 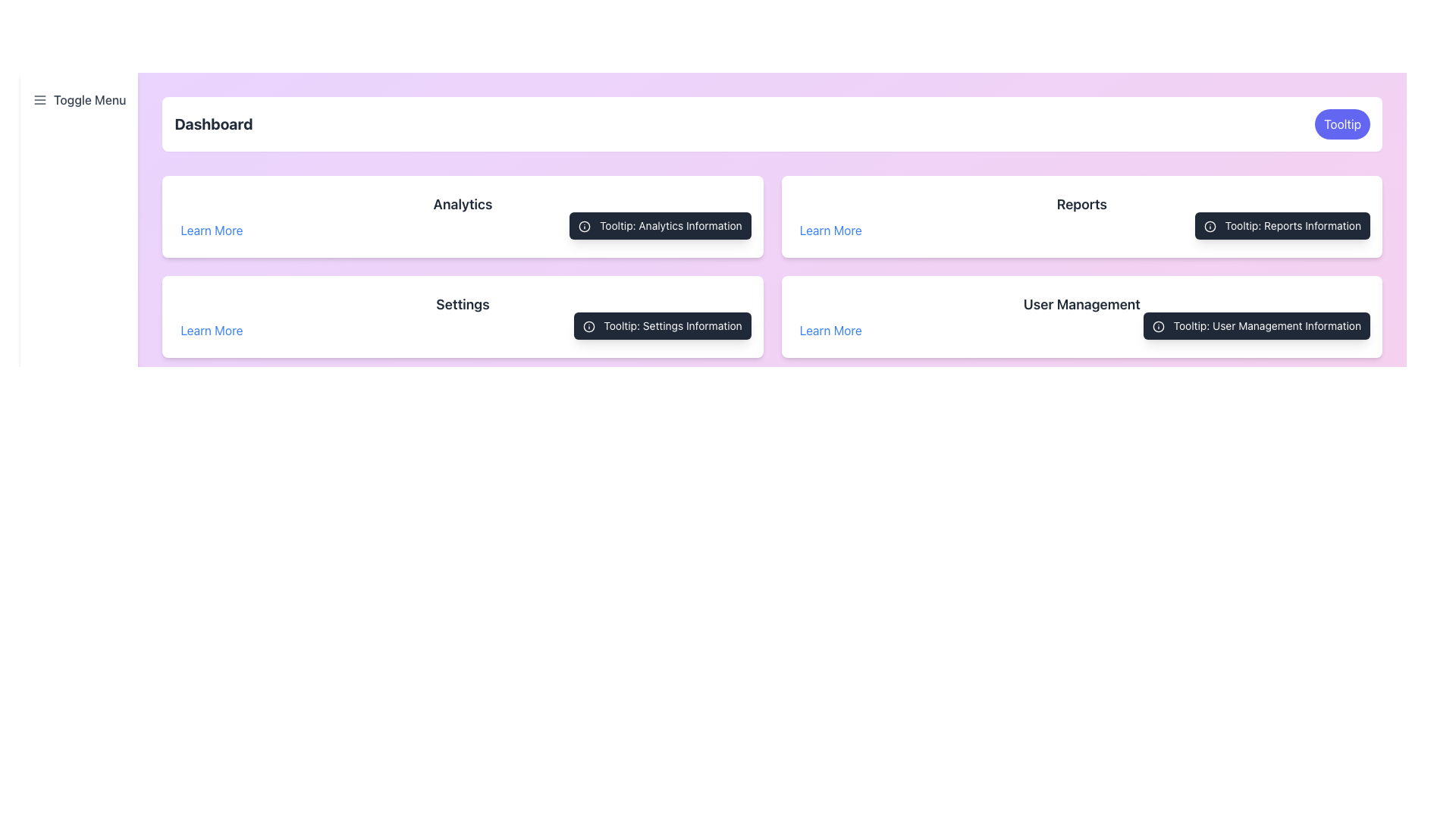 I want to click on the Section card for 'Analytics' located in the first row and first column of the grid layout, directly below the 'Dashboard' header, so click(x=462, y=216).